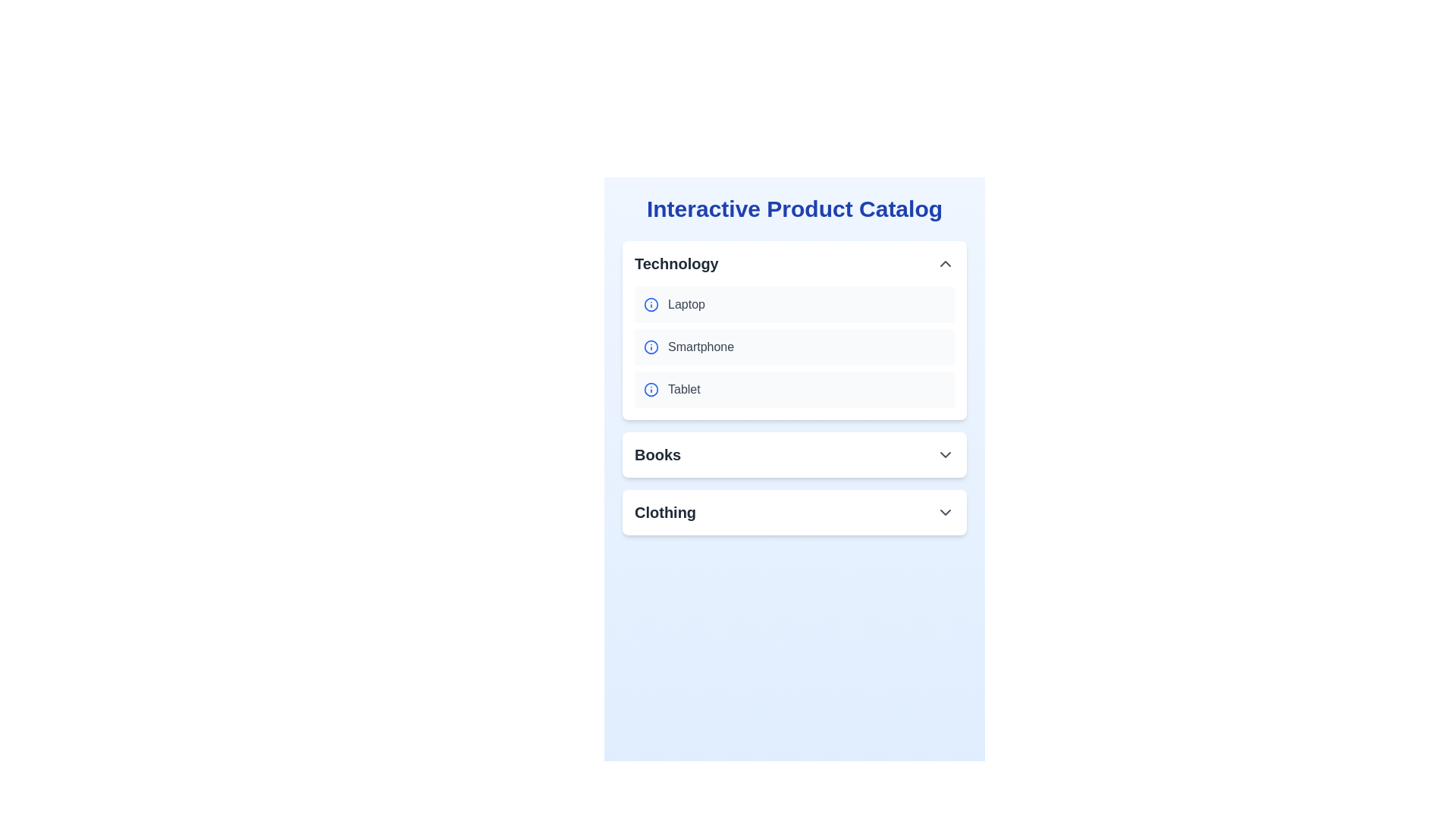 This screenshot has width=1456, height=819. What do you see at coordinates (945, 262) in the screenshot?
I see `the upward-pointing gray chevron icon button located to the right of the 'Technology' header` at bounding box center [945, 262].